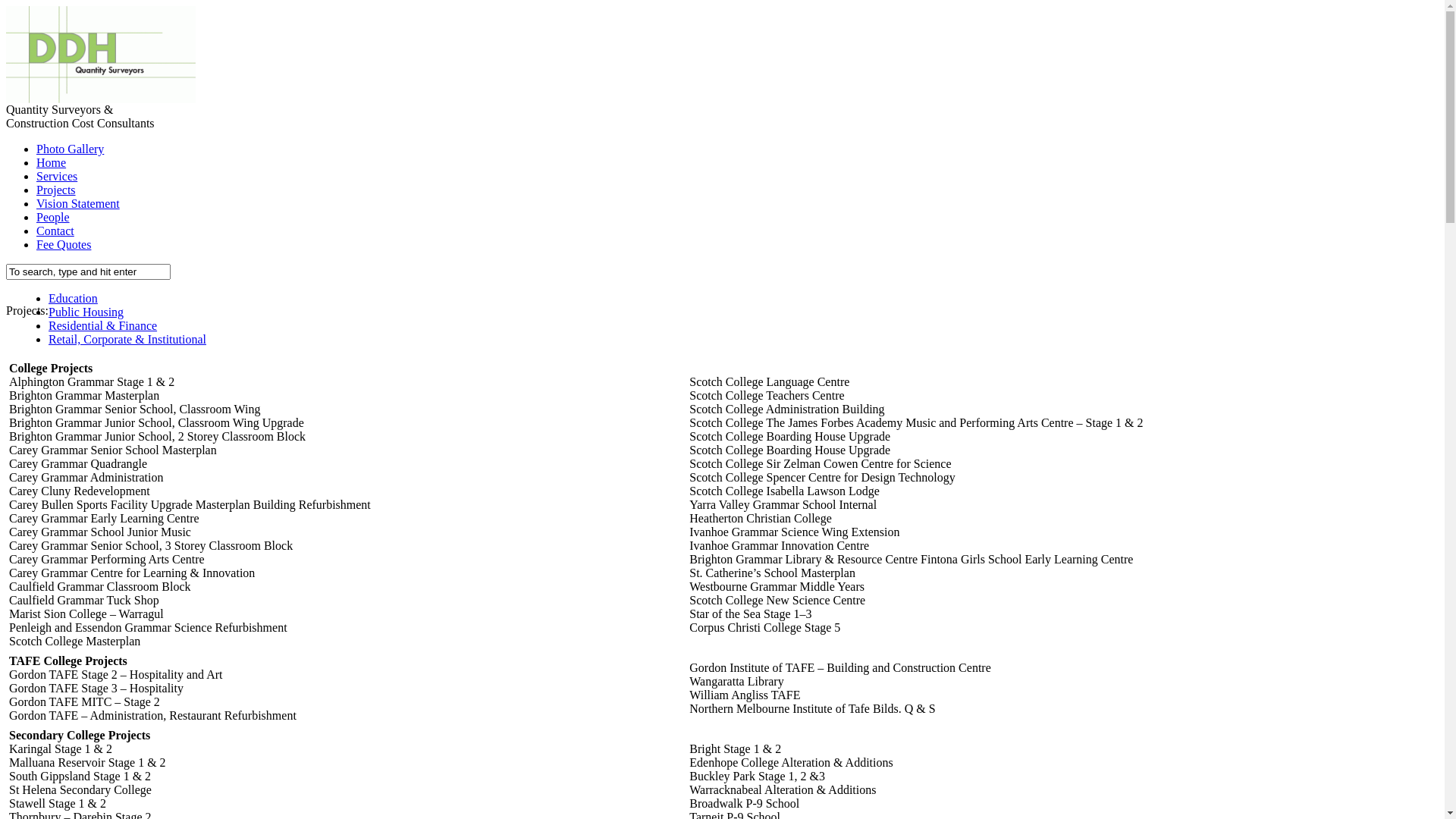 The image size is (1456, 819). What do you see at coordinates (127, 338) in the screenshot?
I see `'Retail, Corporate & Institutional'` at bounding box center [127, 338].